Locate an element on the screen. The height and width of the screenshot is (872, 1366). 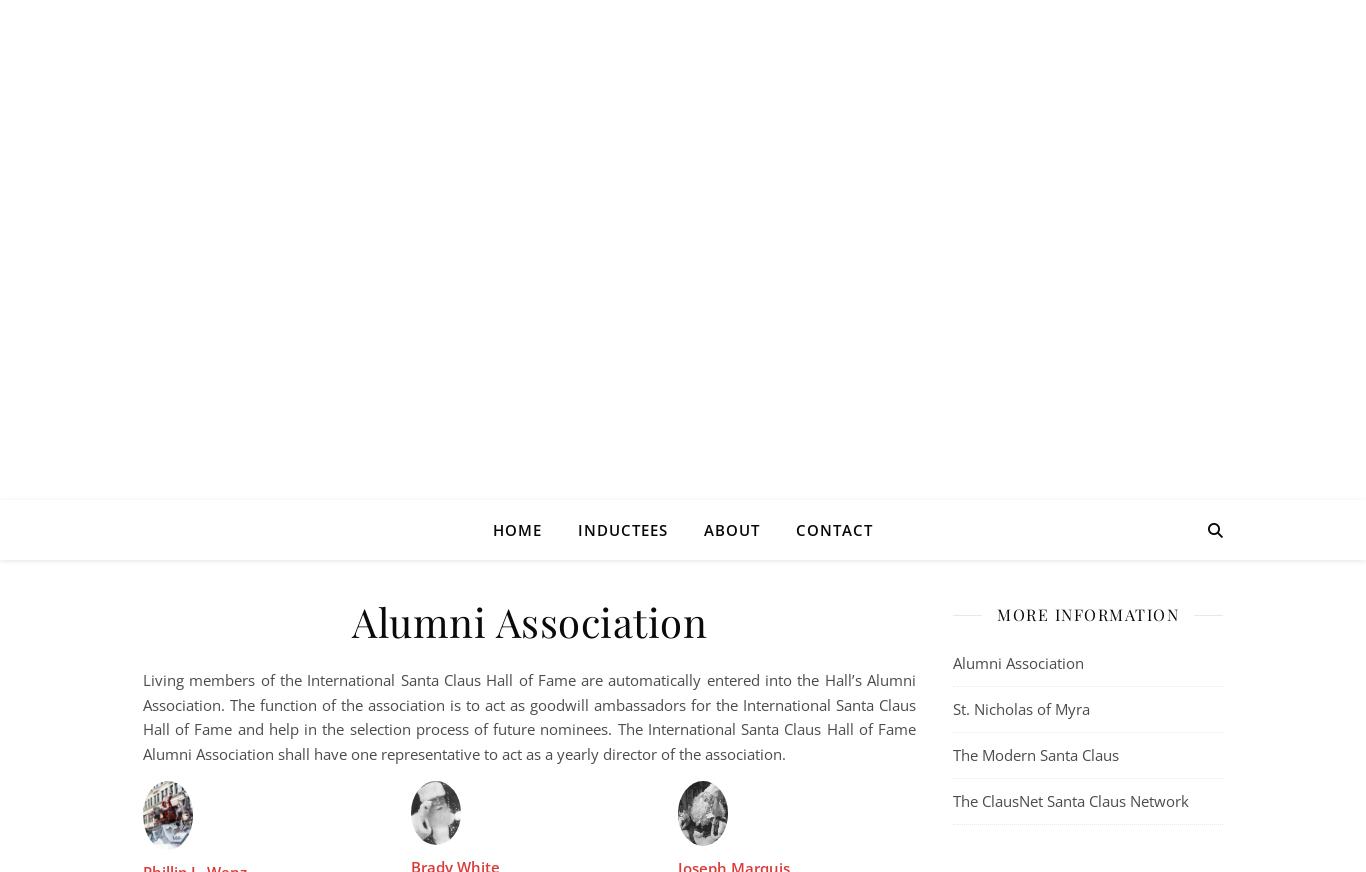
'Contact' is located at coordinates (833, 529).